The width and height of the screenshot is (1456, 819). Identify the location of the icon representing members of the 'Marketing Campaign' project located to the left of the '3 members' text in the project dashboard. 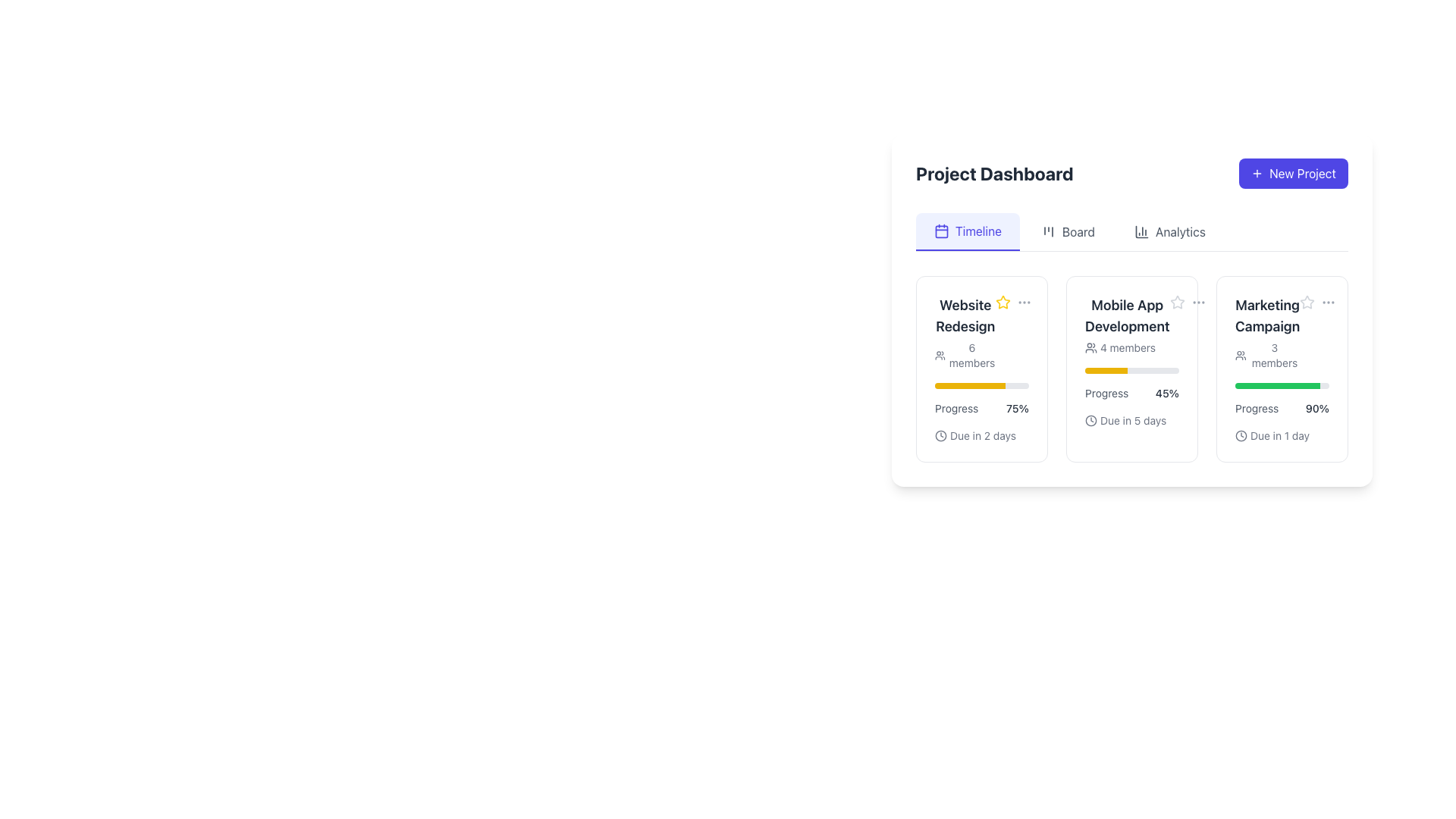
(1241, 356).